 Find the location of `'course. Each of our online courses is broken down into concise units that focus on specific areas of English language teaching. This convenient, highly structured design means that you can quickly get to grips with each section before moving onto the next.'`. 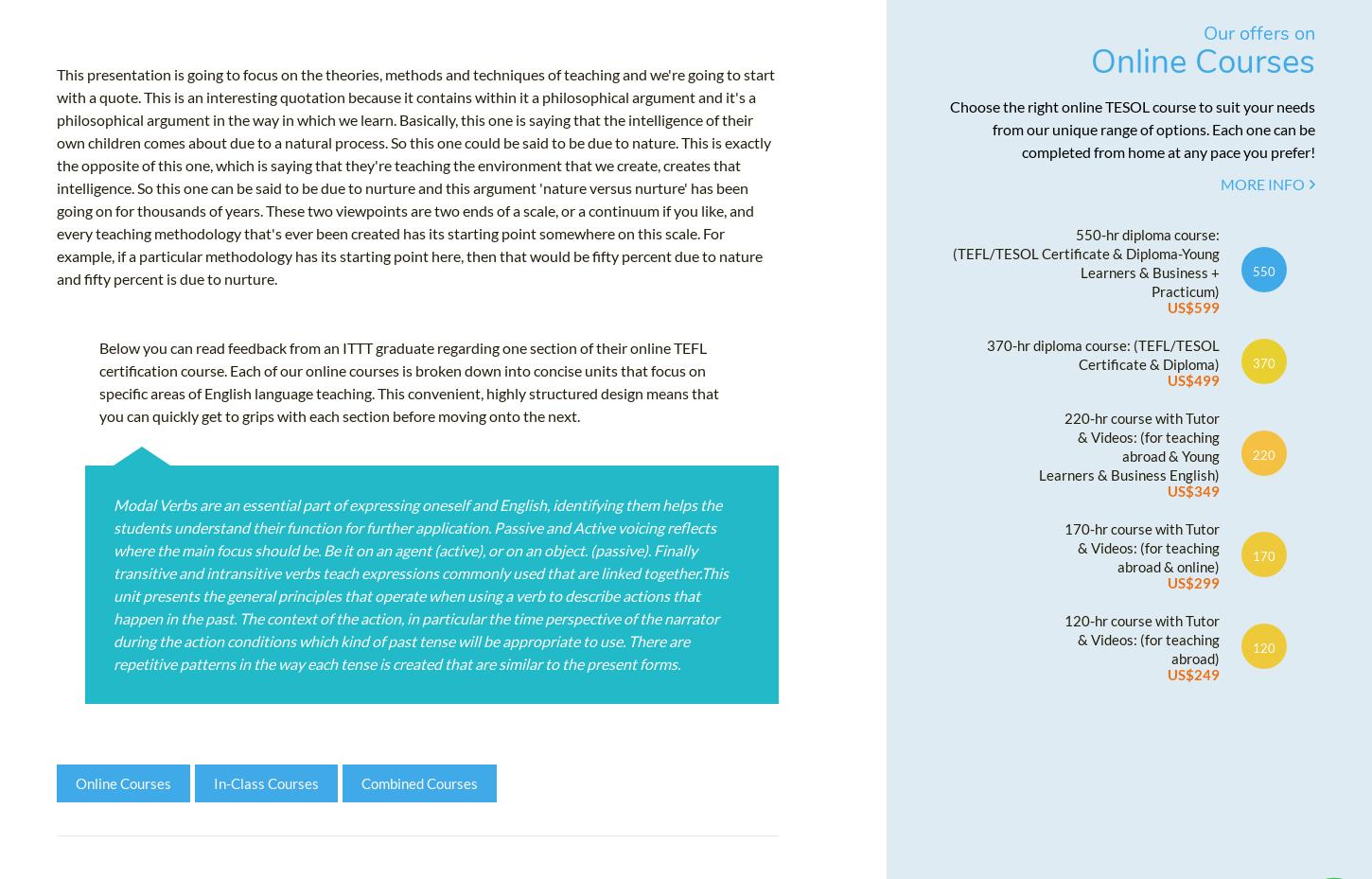

'course. Each of our online courses is broken down into concise units that focus on specific areas of English language teaching. This convenient, highly structured design means that you can quickly get to grips with each section before moving onto the next.' is located at coordinates (408, 398).